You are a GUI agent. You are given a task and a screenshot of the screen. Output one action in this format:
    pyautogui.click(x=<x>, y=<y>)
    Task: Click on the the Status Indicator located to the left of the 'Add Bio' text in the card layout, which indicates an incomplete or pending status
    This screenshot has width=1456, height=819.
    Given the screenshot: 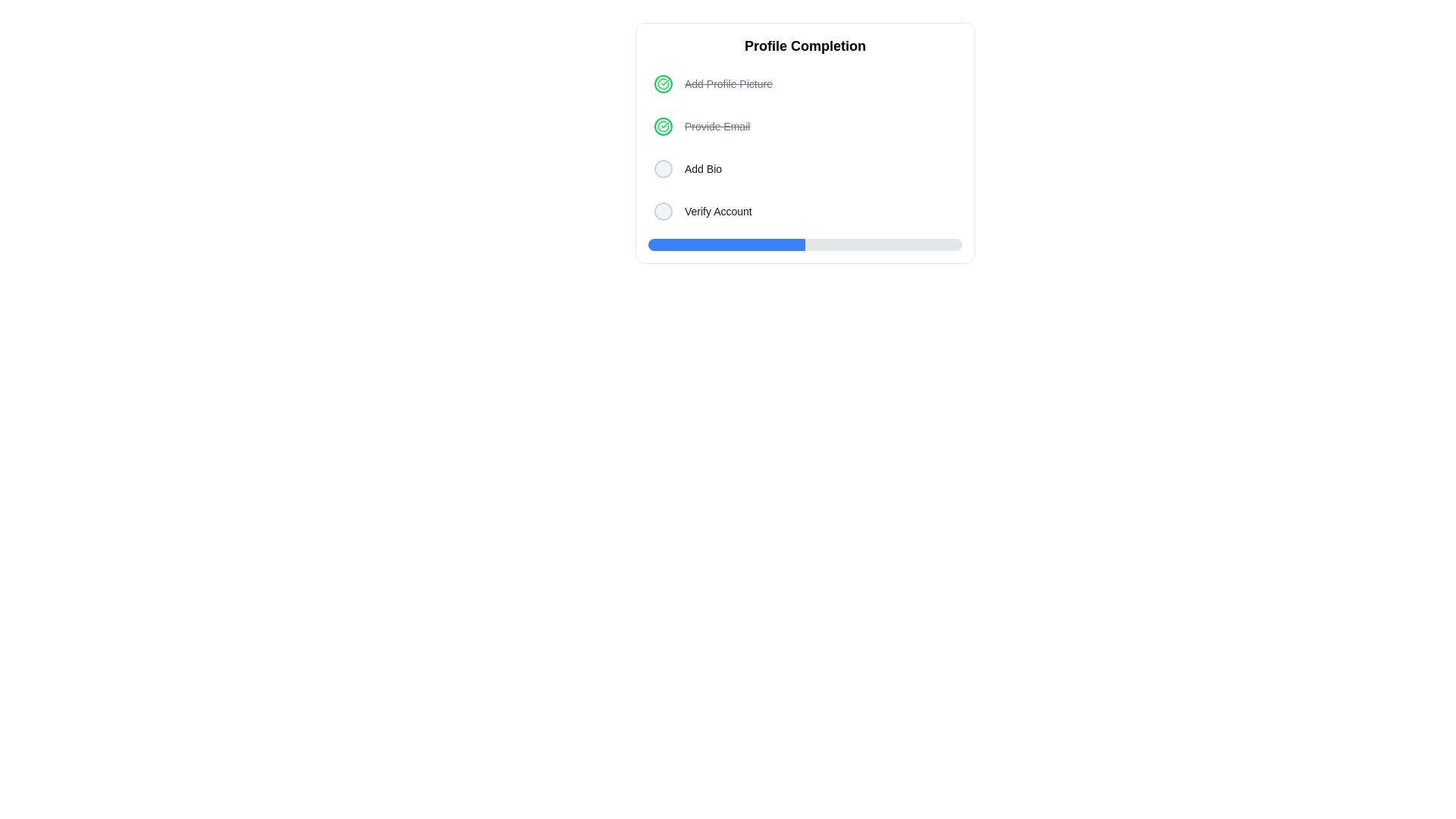 What is the action you would take?
    pyautogui.click(x=663, y=169)
    